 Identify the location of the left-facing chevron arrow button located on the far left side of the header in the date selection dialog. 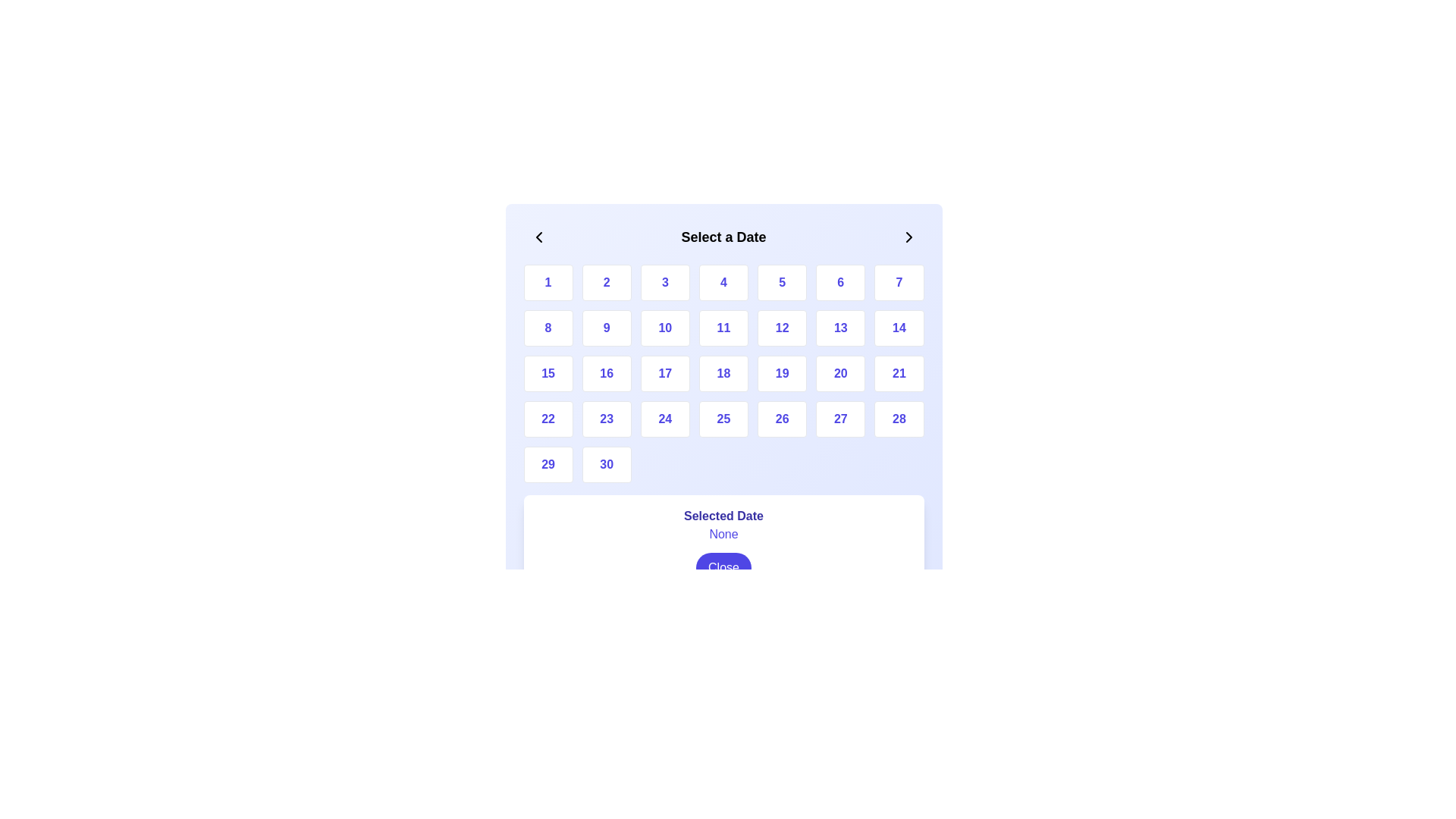
(538, 237).